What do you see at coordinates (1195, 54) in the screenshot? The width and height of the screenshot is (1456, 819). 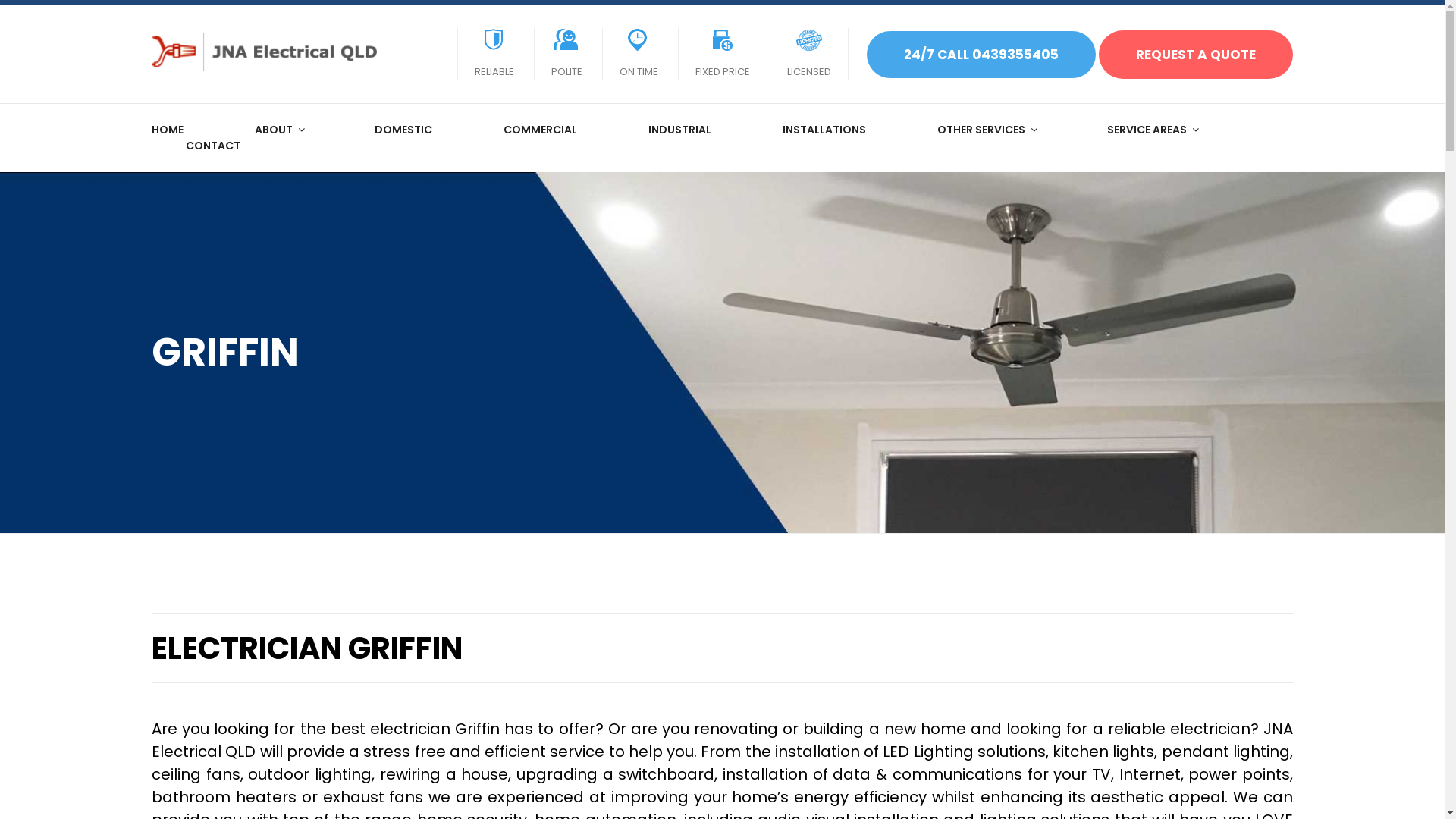 I see `'REQUEST A QUOTE'` at bounding box center [1195, 54].